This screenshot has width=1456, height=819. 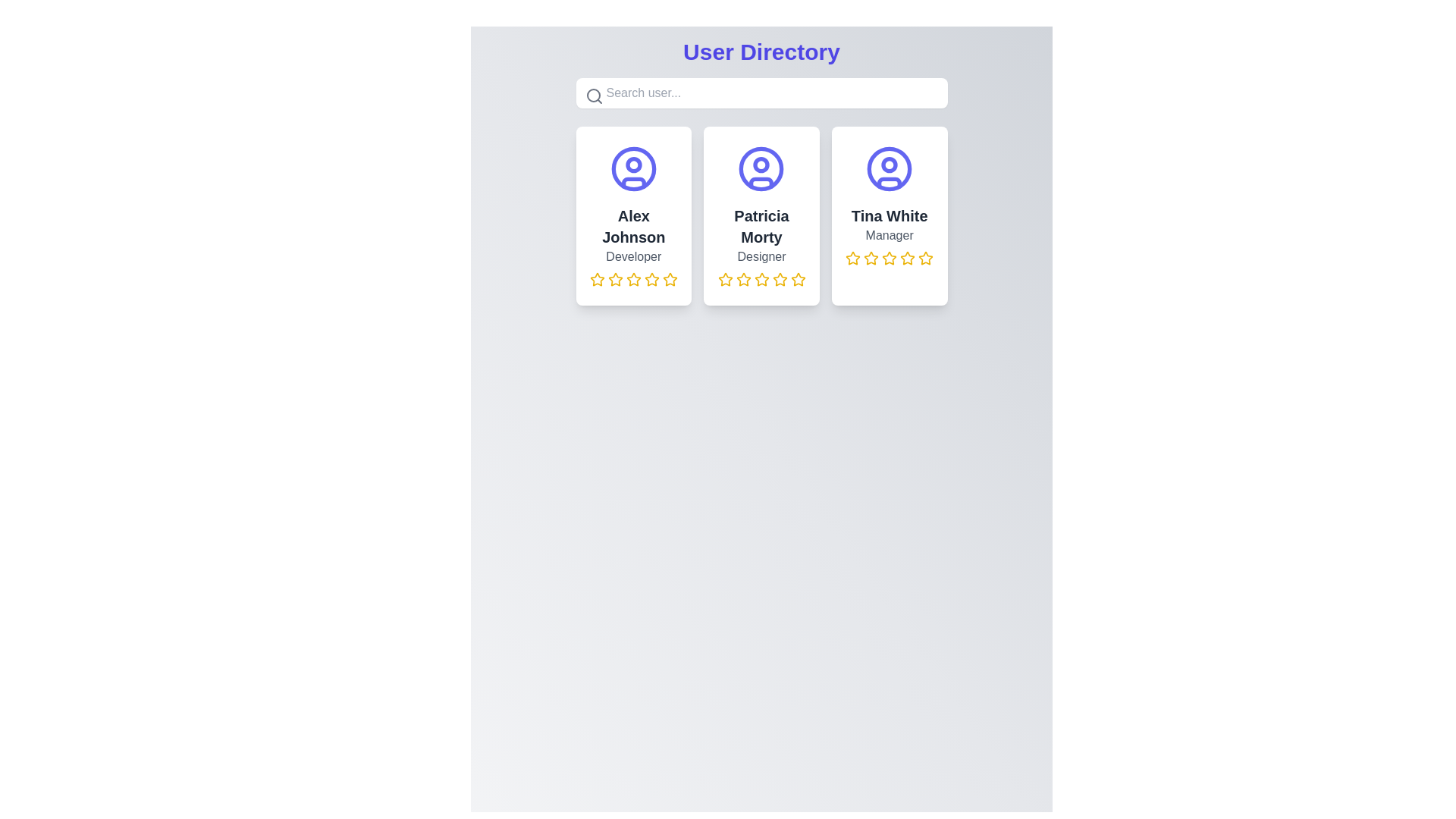 What do you see at coordinates (871, 257) in the screenshot?
I see `the third yellow star icon in the rating component below the user card for Tina White to set a 3-star rating` at bounding box center [871, 257].